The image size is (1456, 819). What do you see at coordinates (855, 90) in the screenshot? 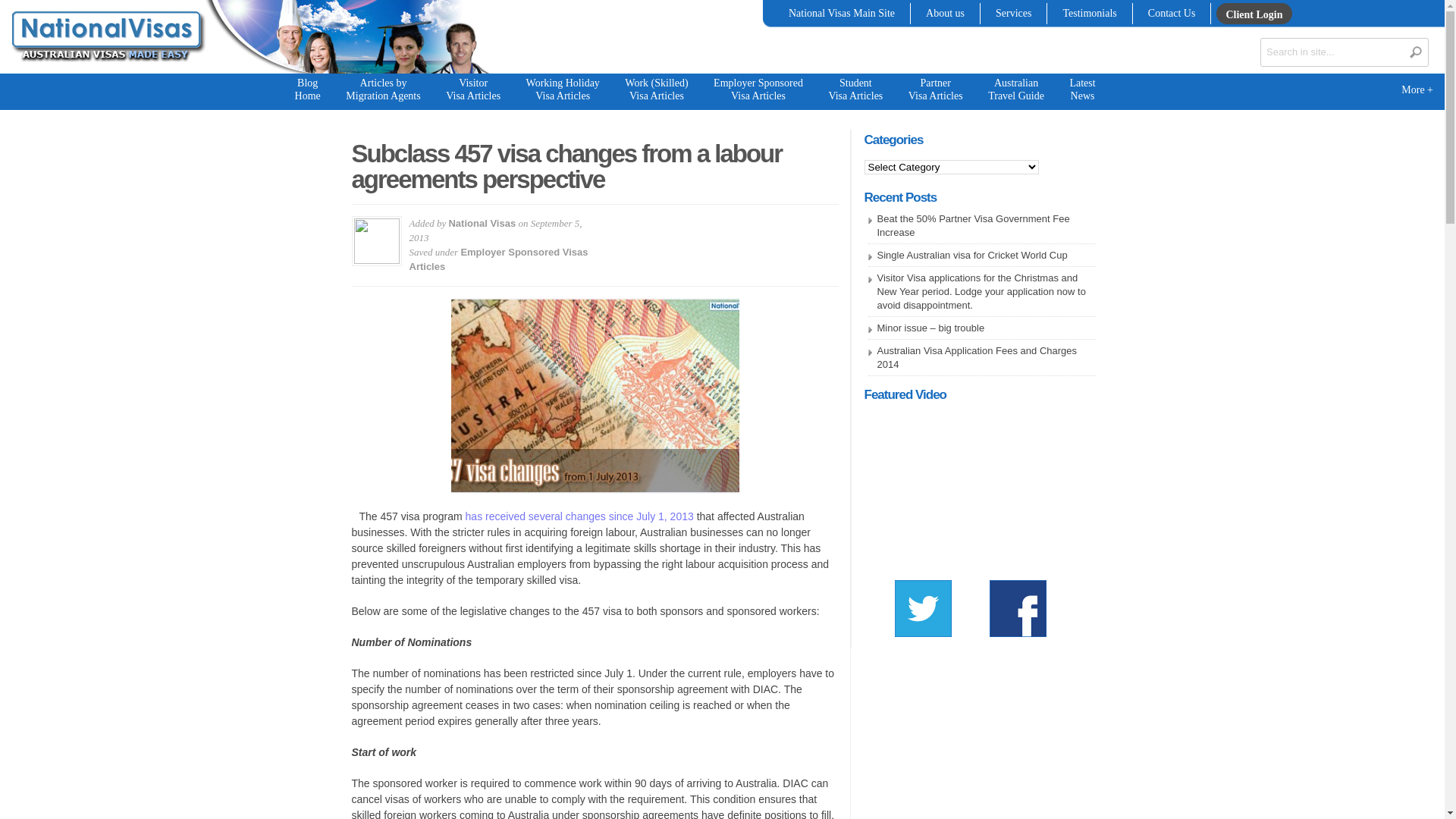
I see `'Student` at bounding box center [855, 90].